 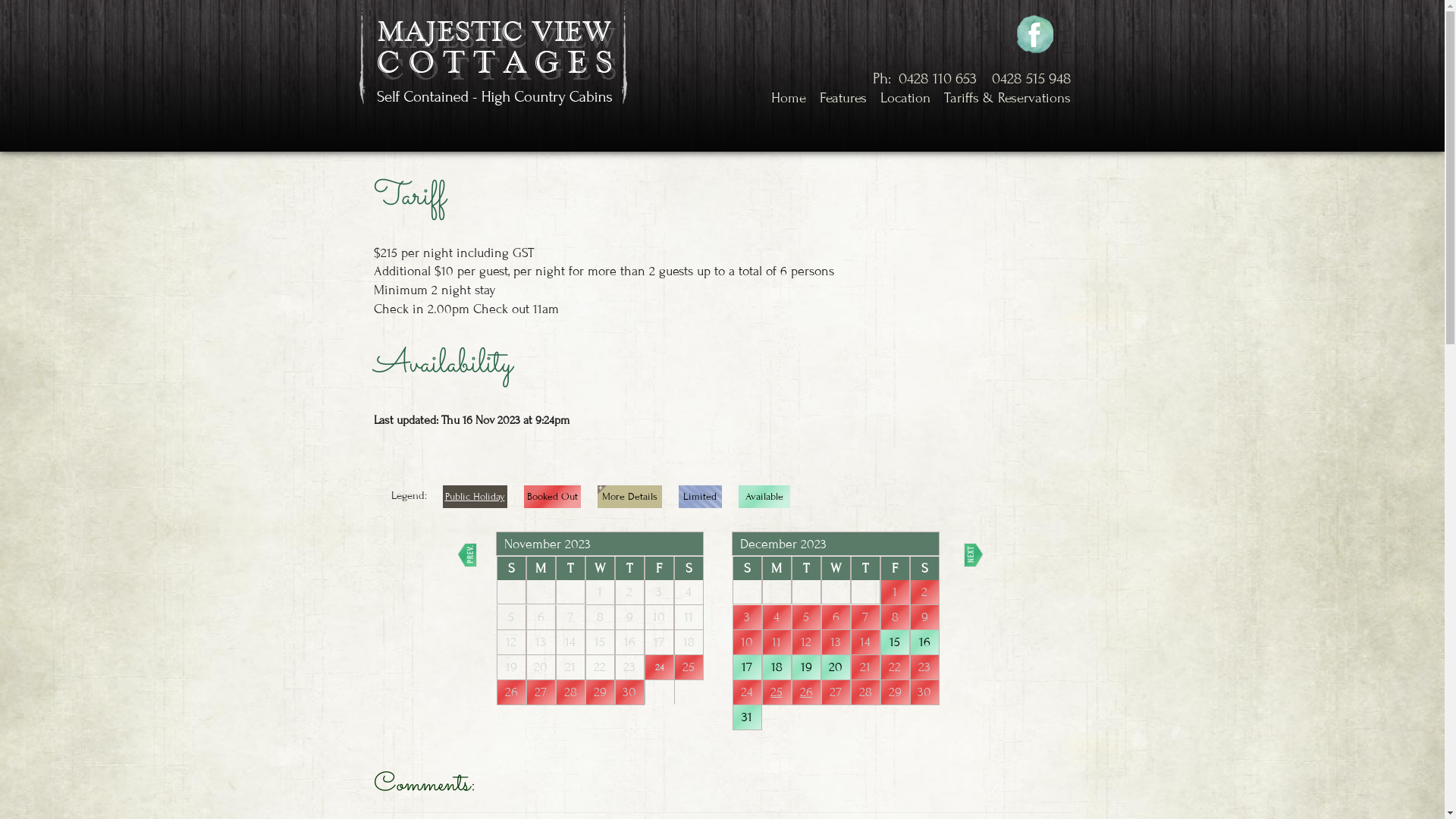 What do you see at coordinates (992, 79) in the screenshot?
I see `'0428 515 948'` at bounding box center [992, 79].